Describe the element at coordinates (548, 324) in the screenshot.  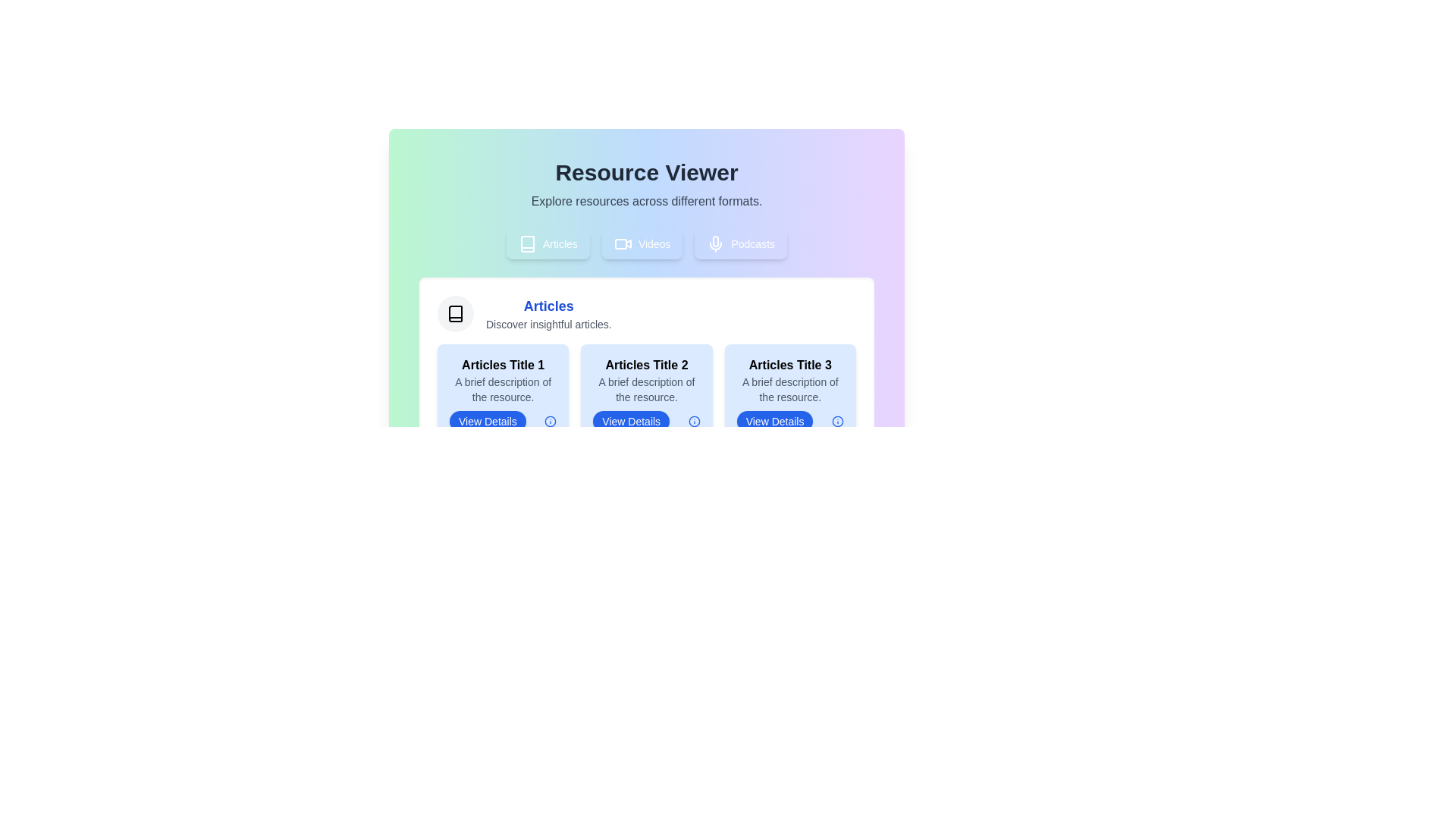
I see `the text label that reads 'Discover insightful articles.' which is styled in a smaller font size and muted gray color, positioned below the heading 'Articles'` at that location.